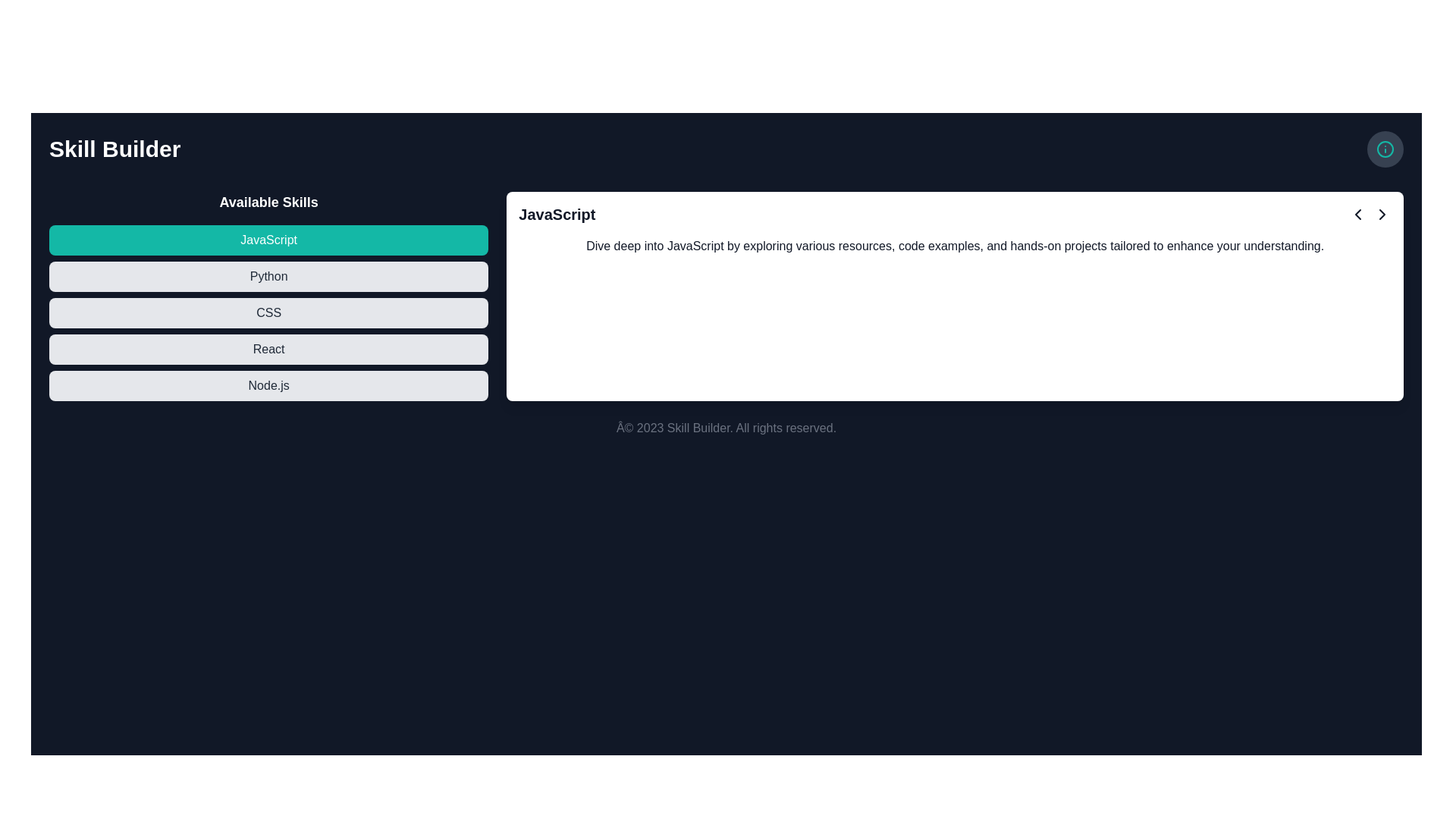  Describe the element at coordinates (268, 277) in the screenshot. I see `the rounded rectangular button labeled 'Python'` at that location.